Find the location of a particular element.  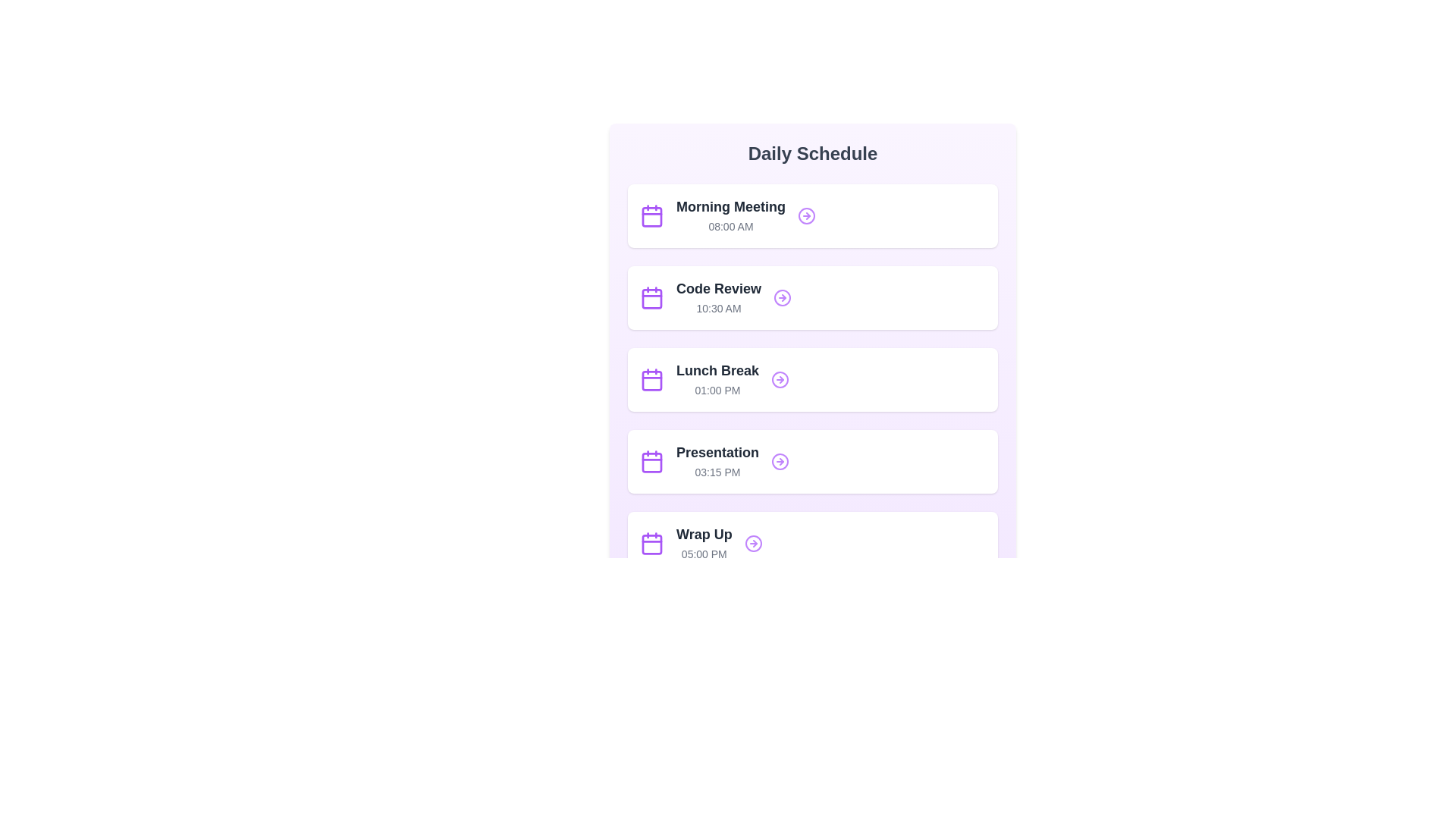

the decorative rectangular section with a light purple border and white background inside the calendar icon of the 'Presentation' entry, which is the fourth item in the vertical stack on the schedule interface is located at coordinates (651, 461).